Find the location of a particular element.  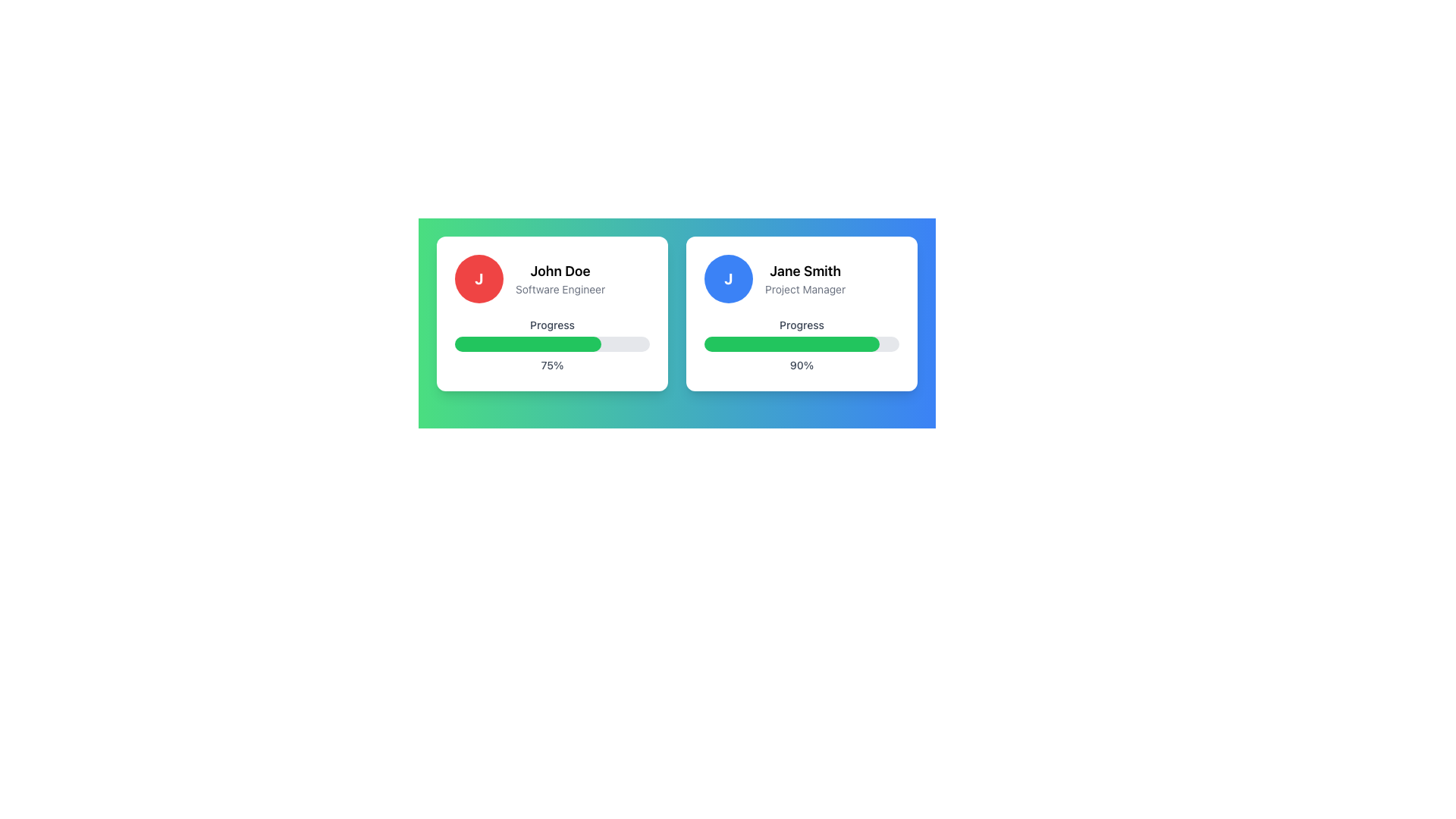

text content of the gray 'Software Engineer' label located beneath 'John Doe' in the left-side card of a two-card layout is located at coordinates (560, 289).